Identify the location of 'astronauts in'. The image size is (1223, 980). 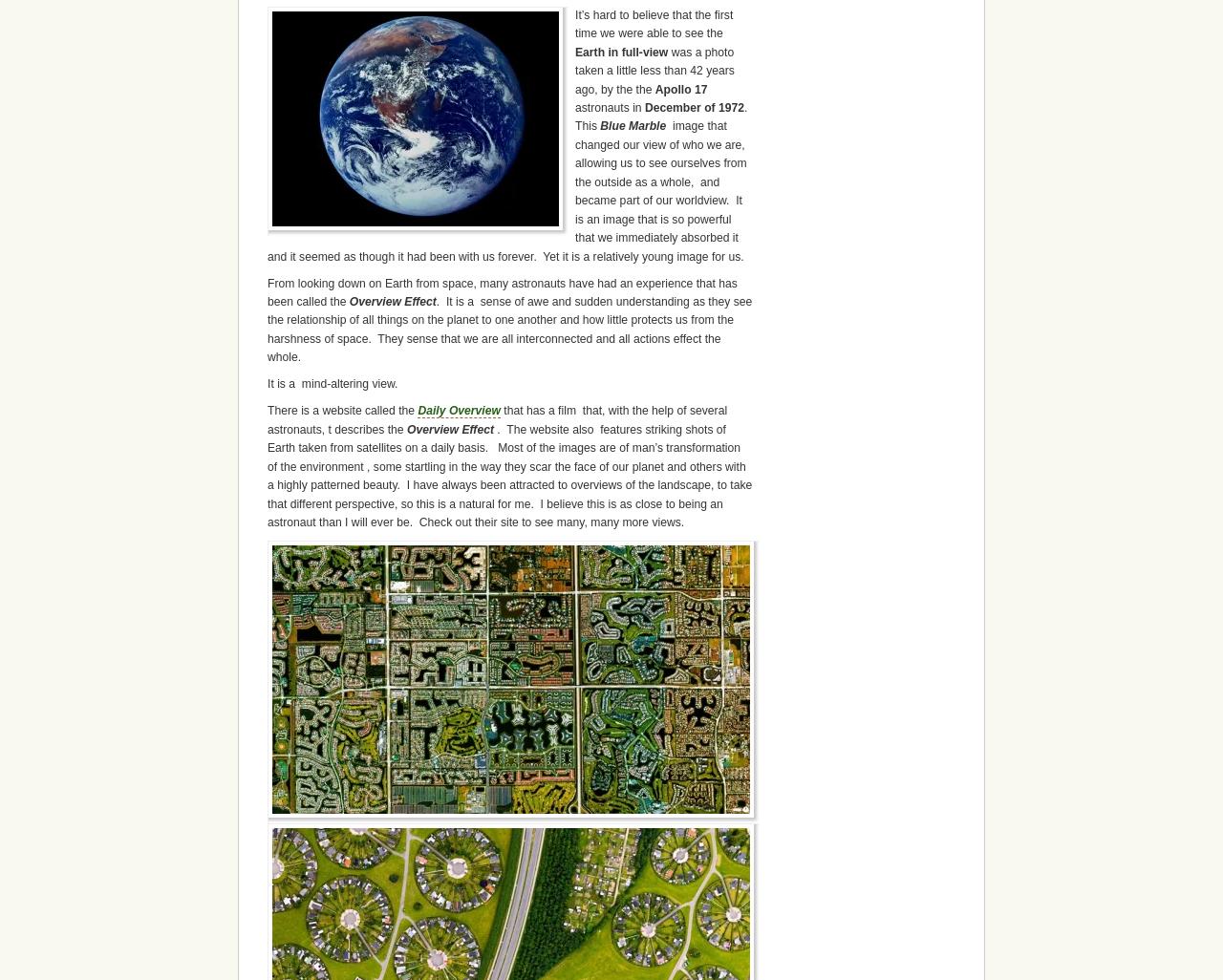
(608, 107).